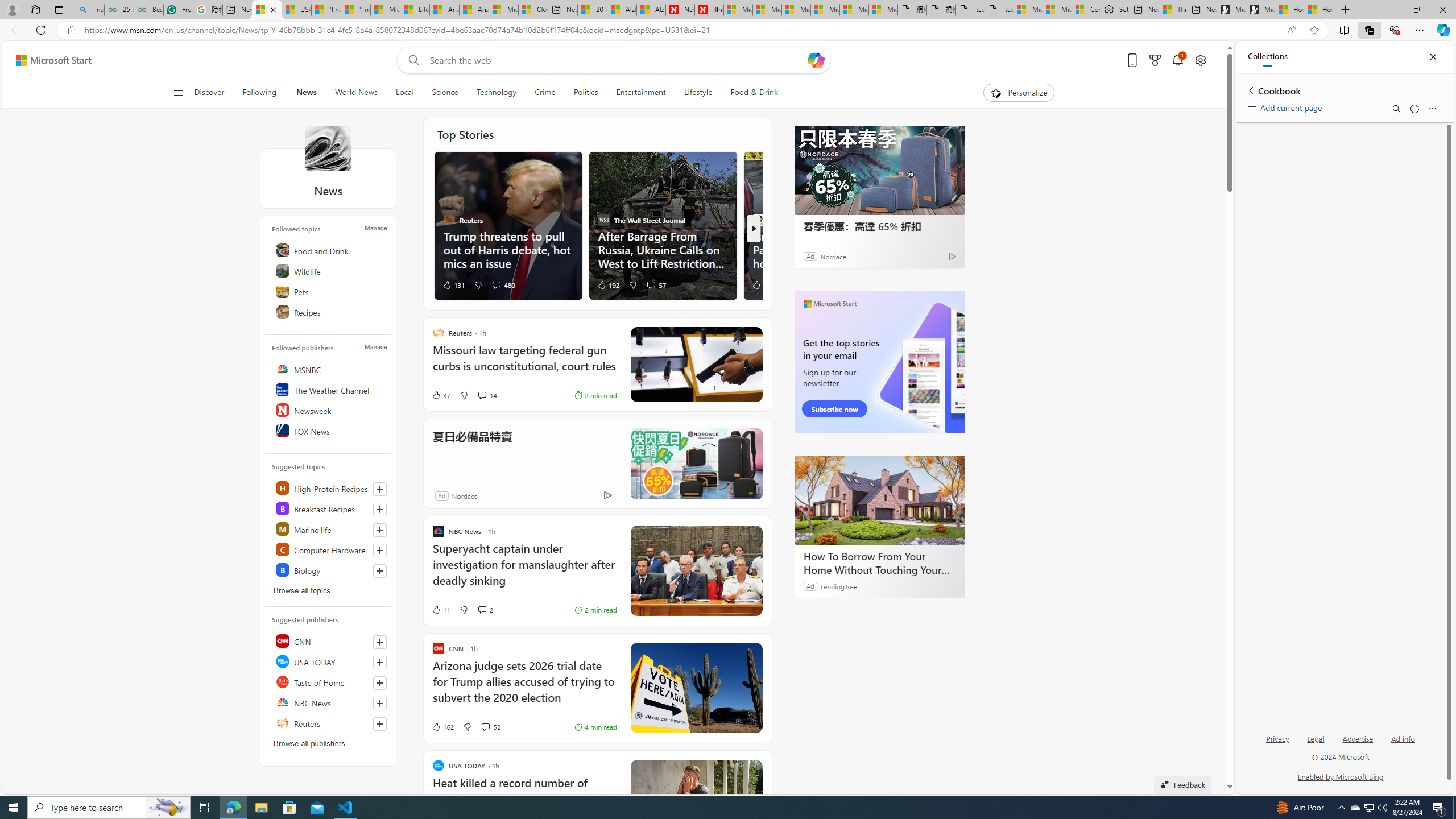 This screenshot has width=1456, height=819. I want to click on 'View comments 14 Comment', so click(487, 394).